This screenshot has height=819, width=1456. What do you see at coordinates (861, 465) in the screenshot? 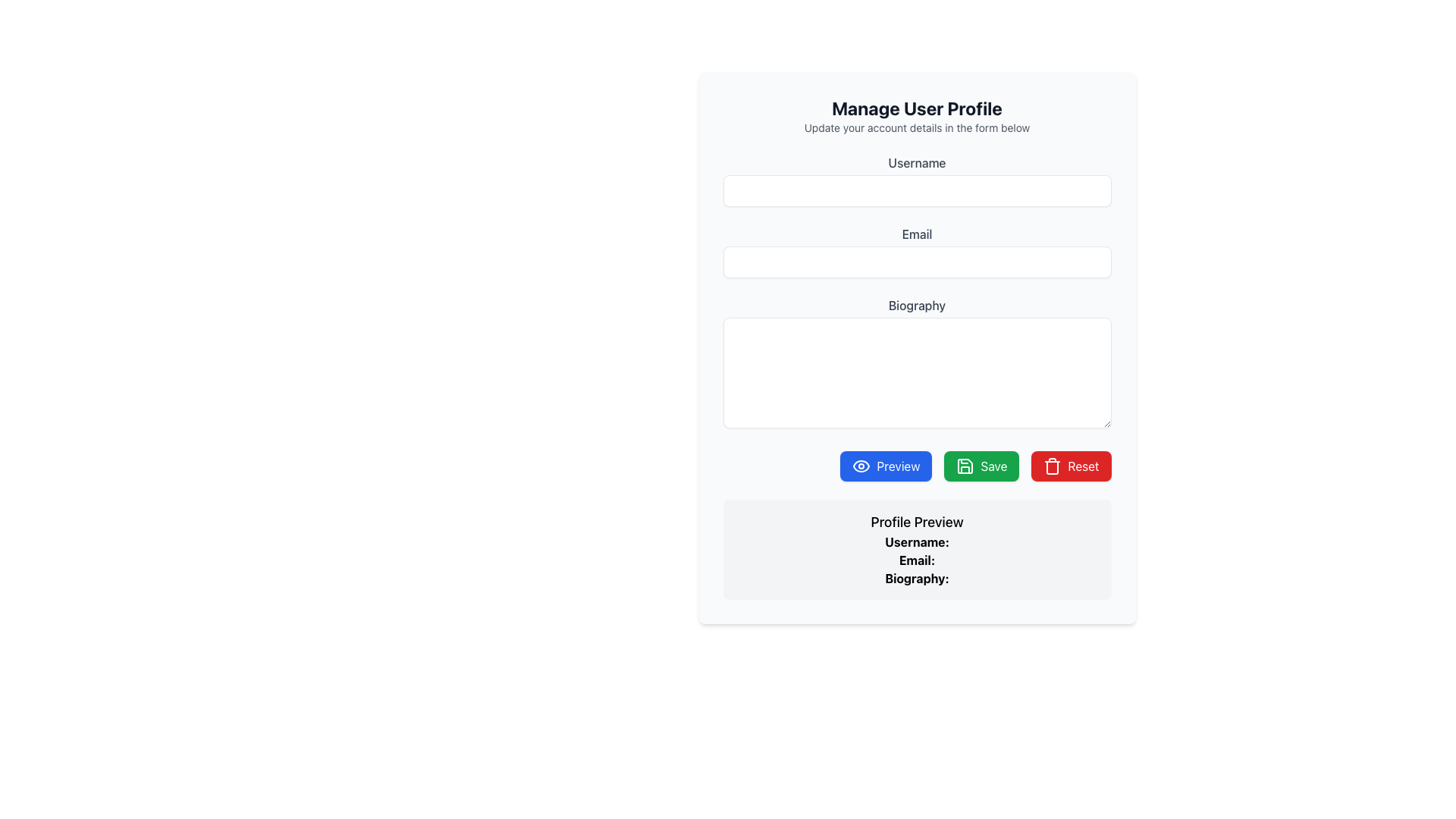
I see `the outlined eye icon, which is part of the dark blue 'Preview' button located on the left side of the button group below the input fields in the 'Manage User Profile' form` at bounding box center [861, 465].